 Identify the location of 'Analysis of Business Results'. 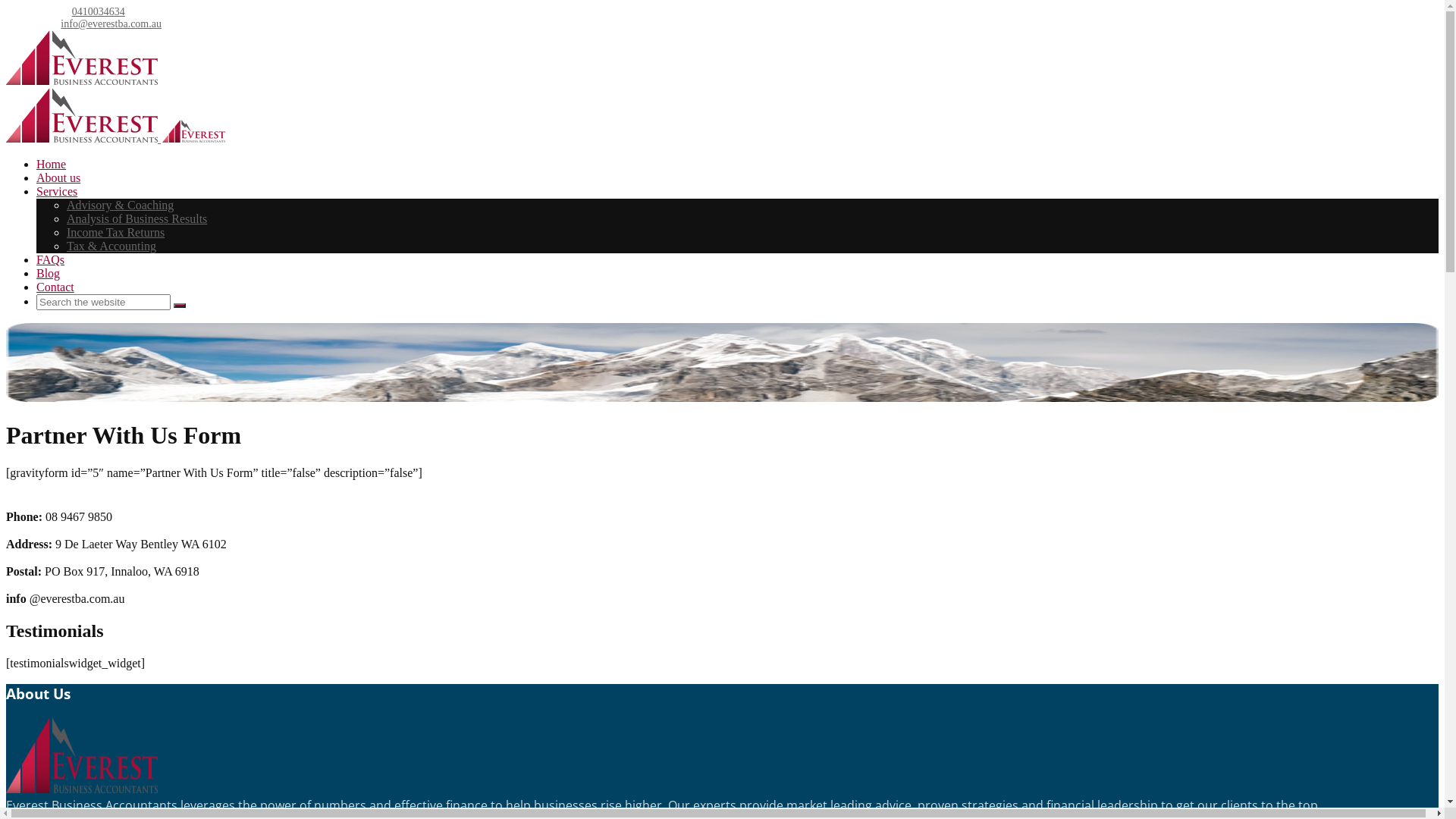
(136, 218).